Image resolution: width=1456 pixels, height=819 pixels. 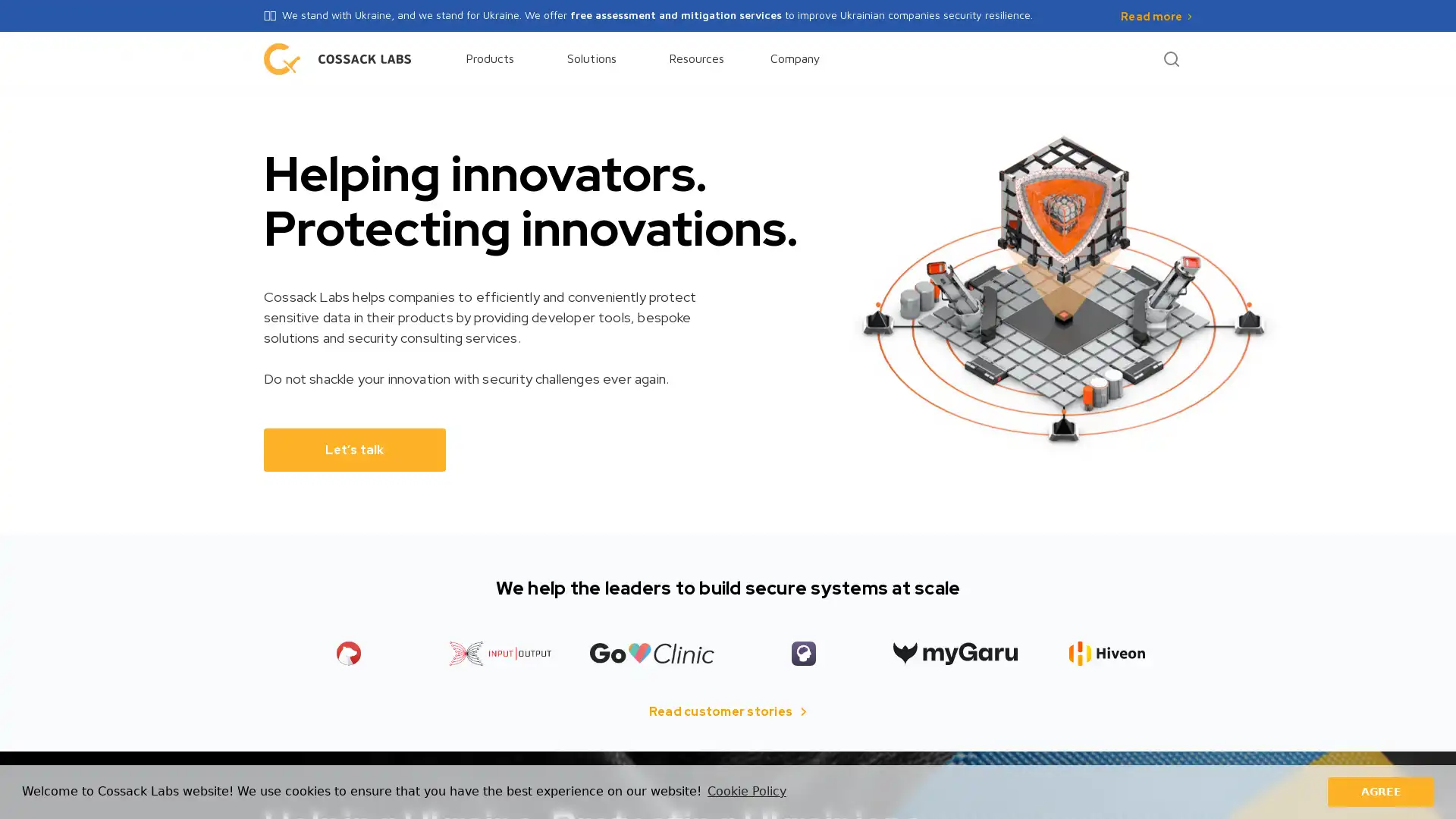 What do you see at coordinates (1380, 791) in the screenshot?
I see `dismiss cookie message` at bounding box center [1380, 791].